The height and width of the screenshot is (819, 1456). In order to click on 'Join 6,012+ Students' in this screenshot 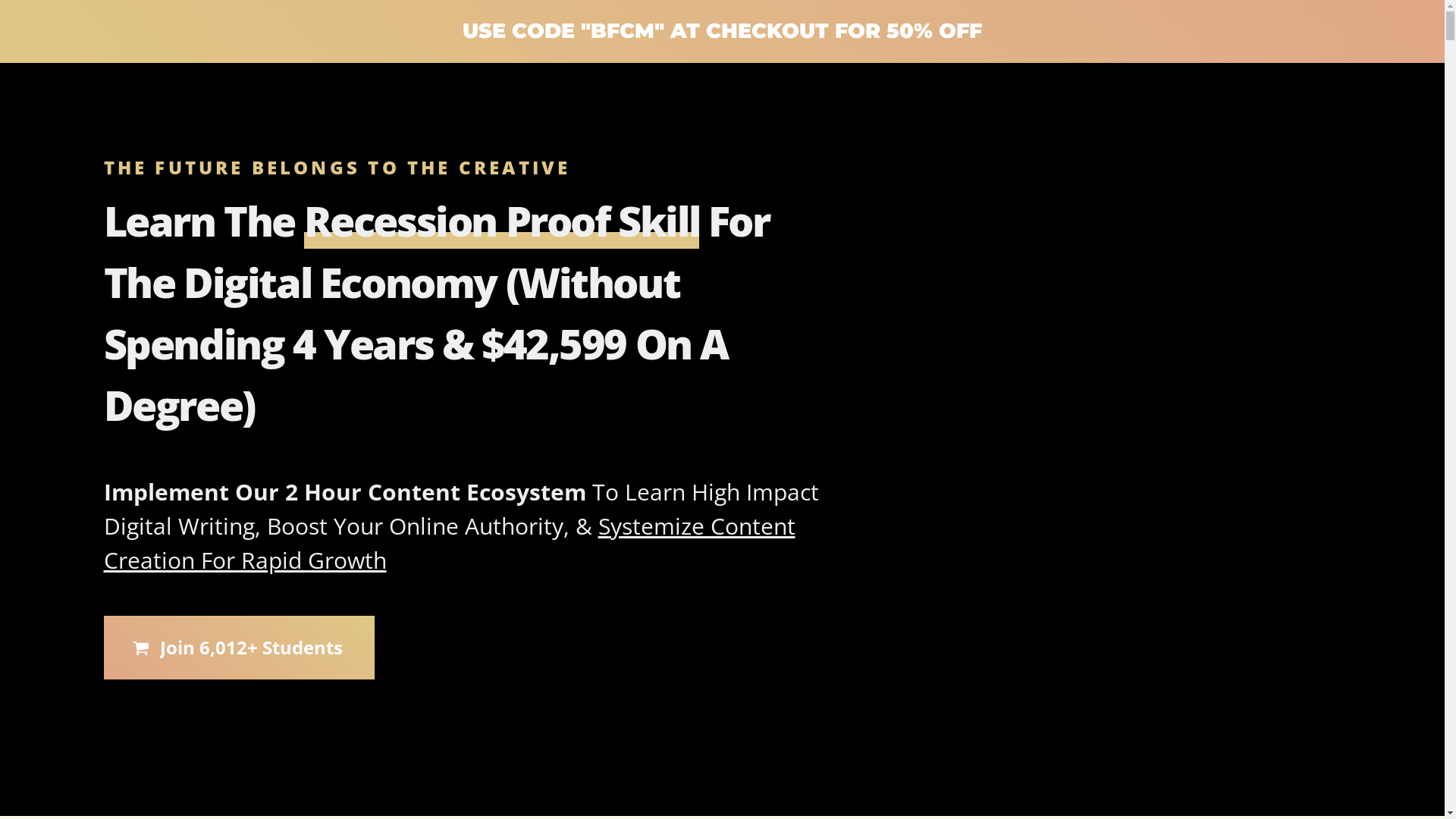, I will do `click(237, 647)`.